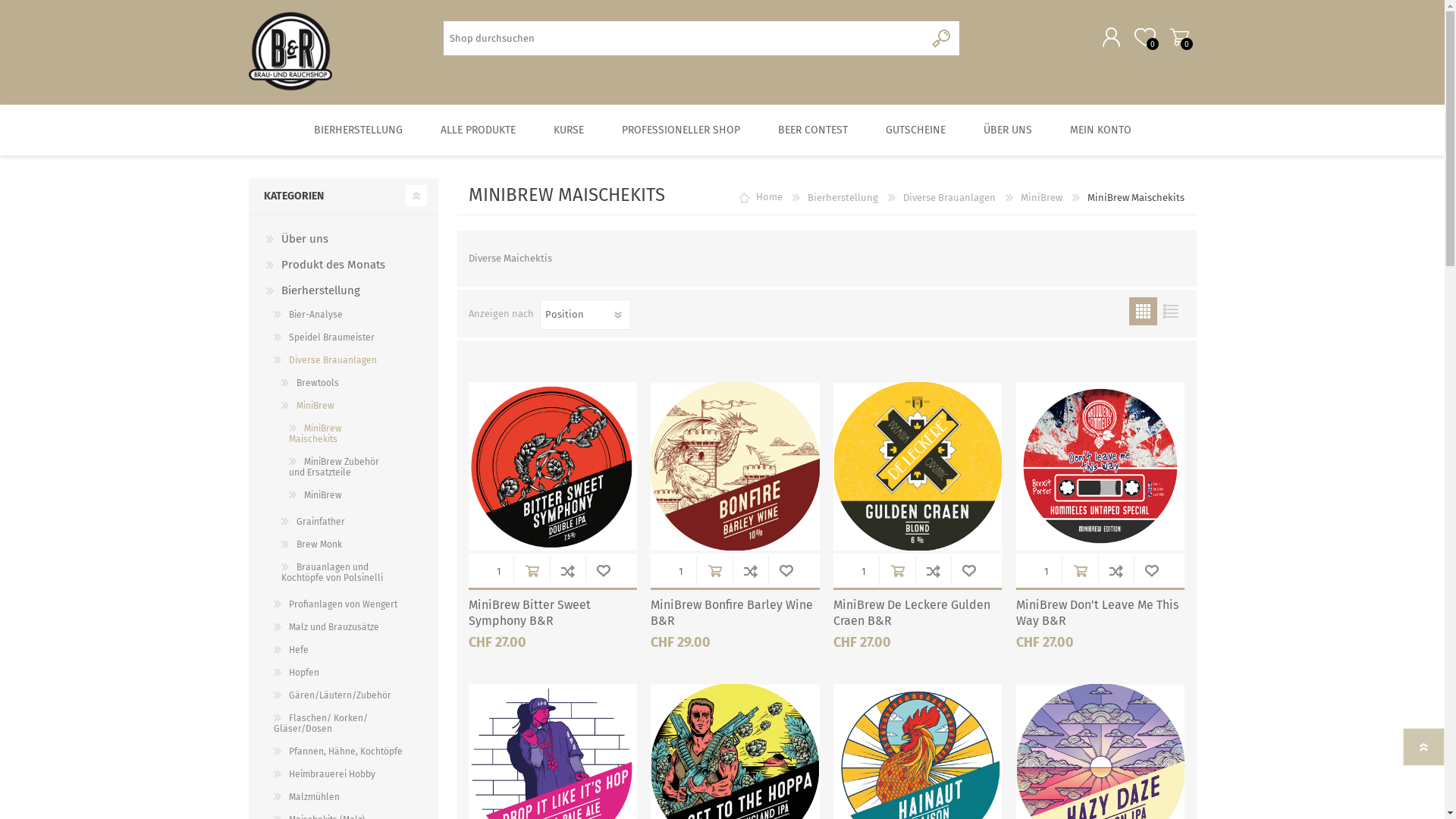  What do you see at coordinates (601, 129) in the screenshot?
I see `'PROFESSIONELLER SHOP'` at bounding box center [601, 129].